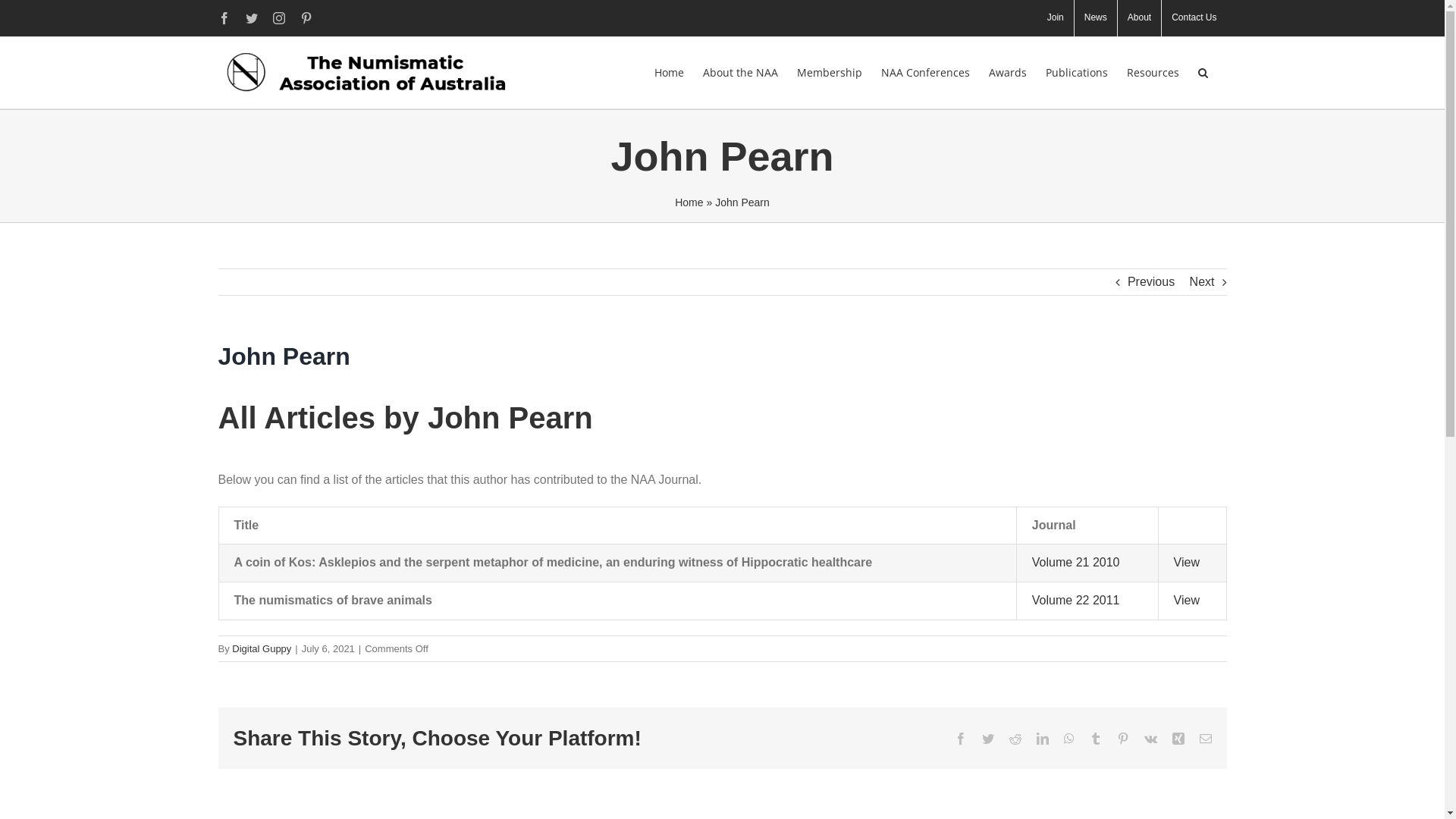 Image resolution: width=1456 pixels, height=819 pixels. Describe the element at coordinates (1075, 73) in the screenshot. I see `'Publications'` at that location.